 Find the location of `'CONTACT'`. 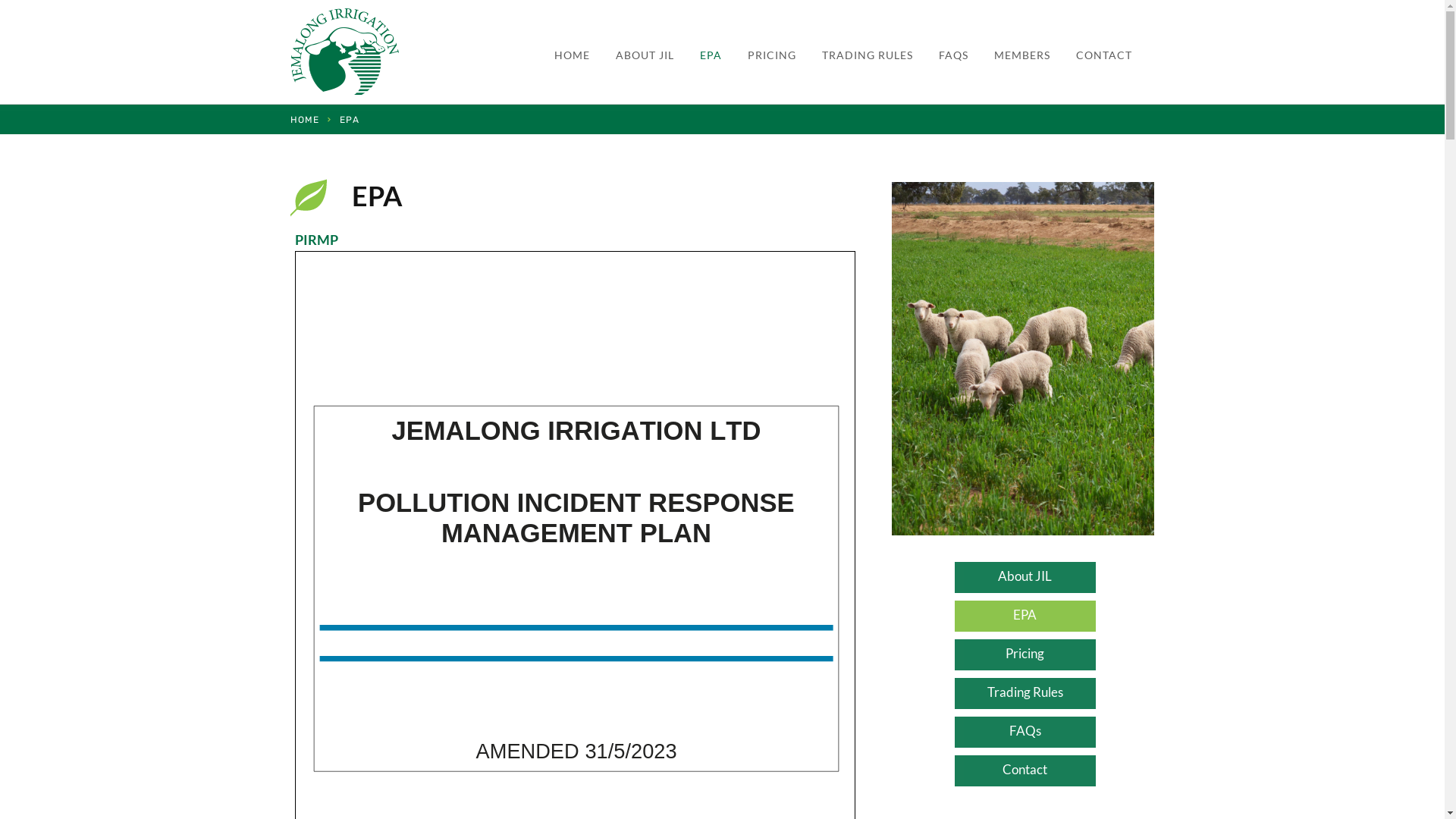

'CONTACT' is located at coordinates (1103, 54).